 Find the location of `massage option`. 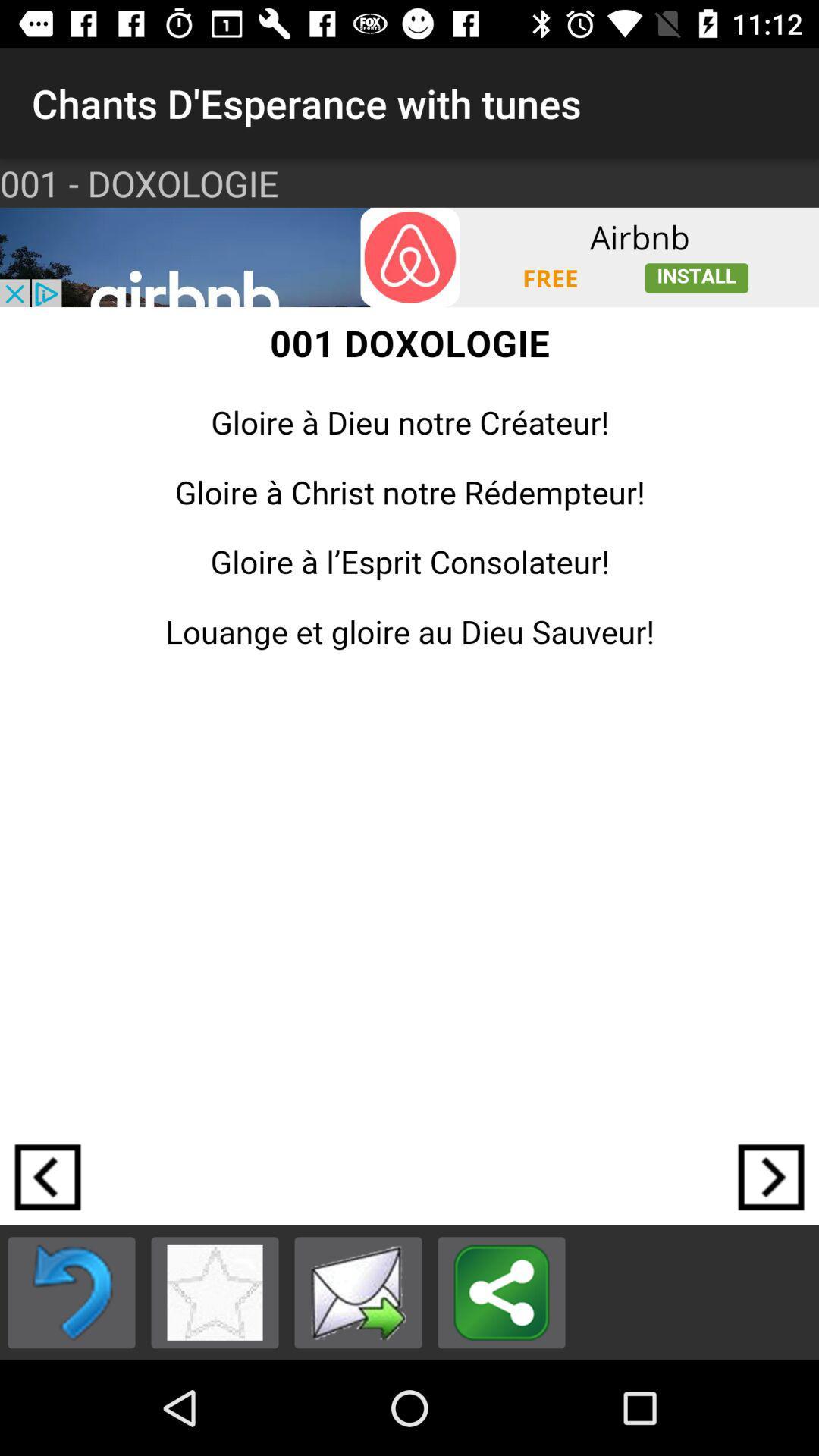

massage option is located at coordinates (358, 1291).